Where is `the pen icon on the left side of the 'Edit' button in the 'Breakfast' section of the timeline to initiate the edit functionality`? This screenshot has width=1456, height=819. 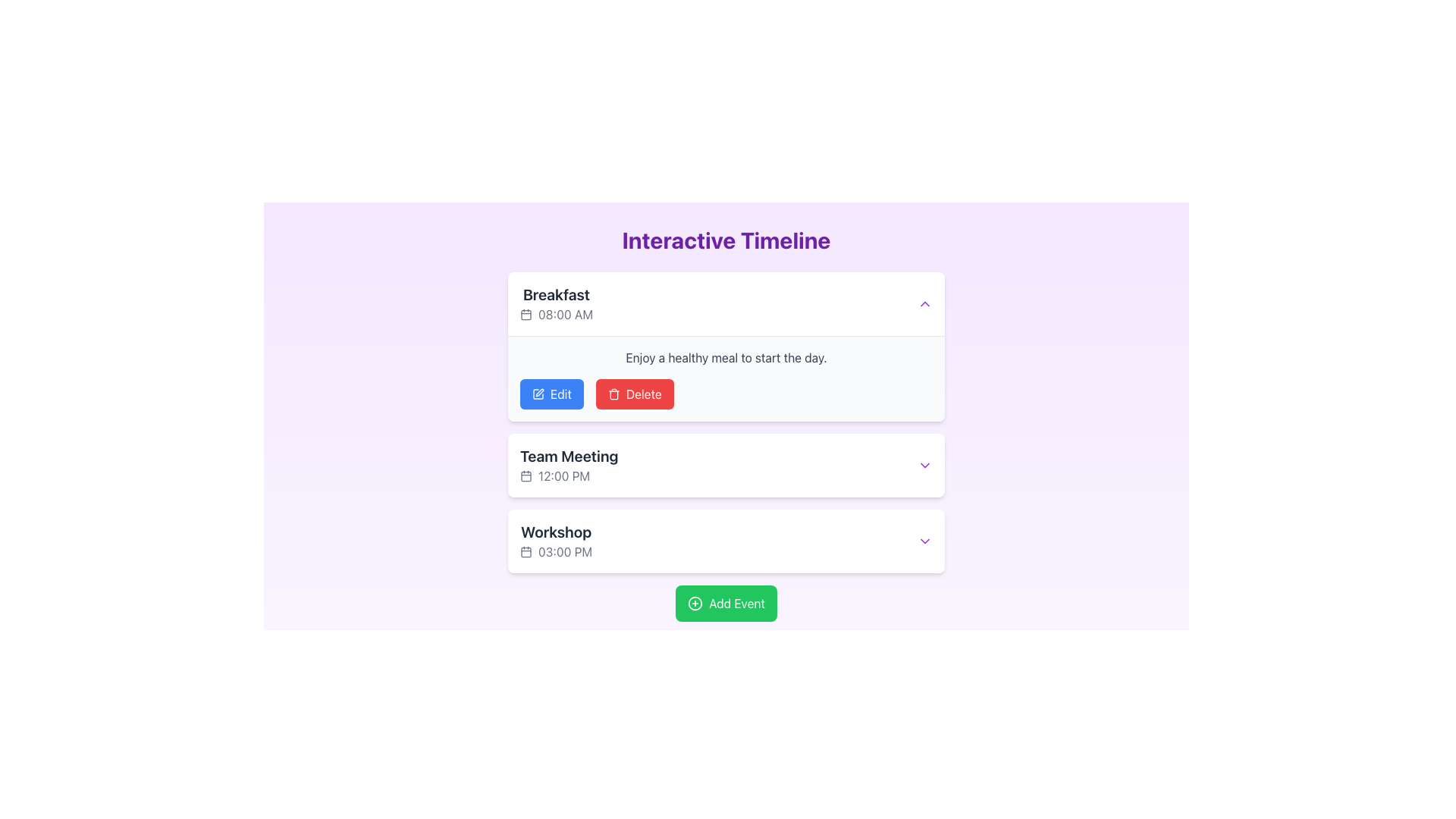
the pen icon on the left side of the 'Edit' button in the 'Breakfast' section of the timeline to initiate the edit functionality is located at coordinates (538, 394).